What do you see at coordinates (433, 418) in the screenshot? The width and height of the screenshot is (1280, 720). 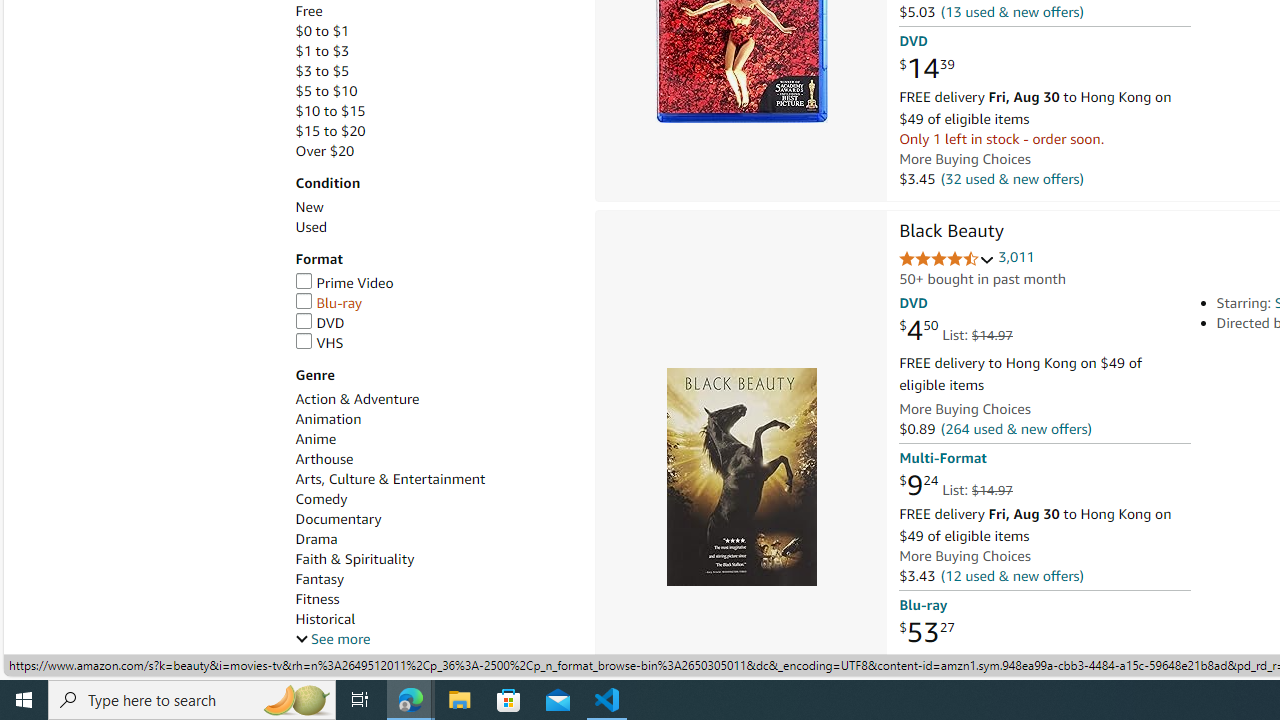 I see `'Animation'` at bounding box center [433, 418].